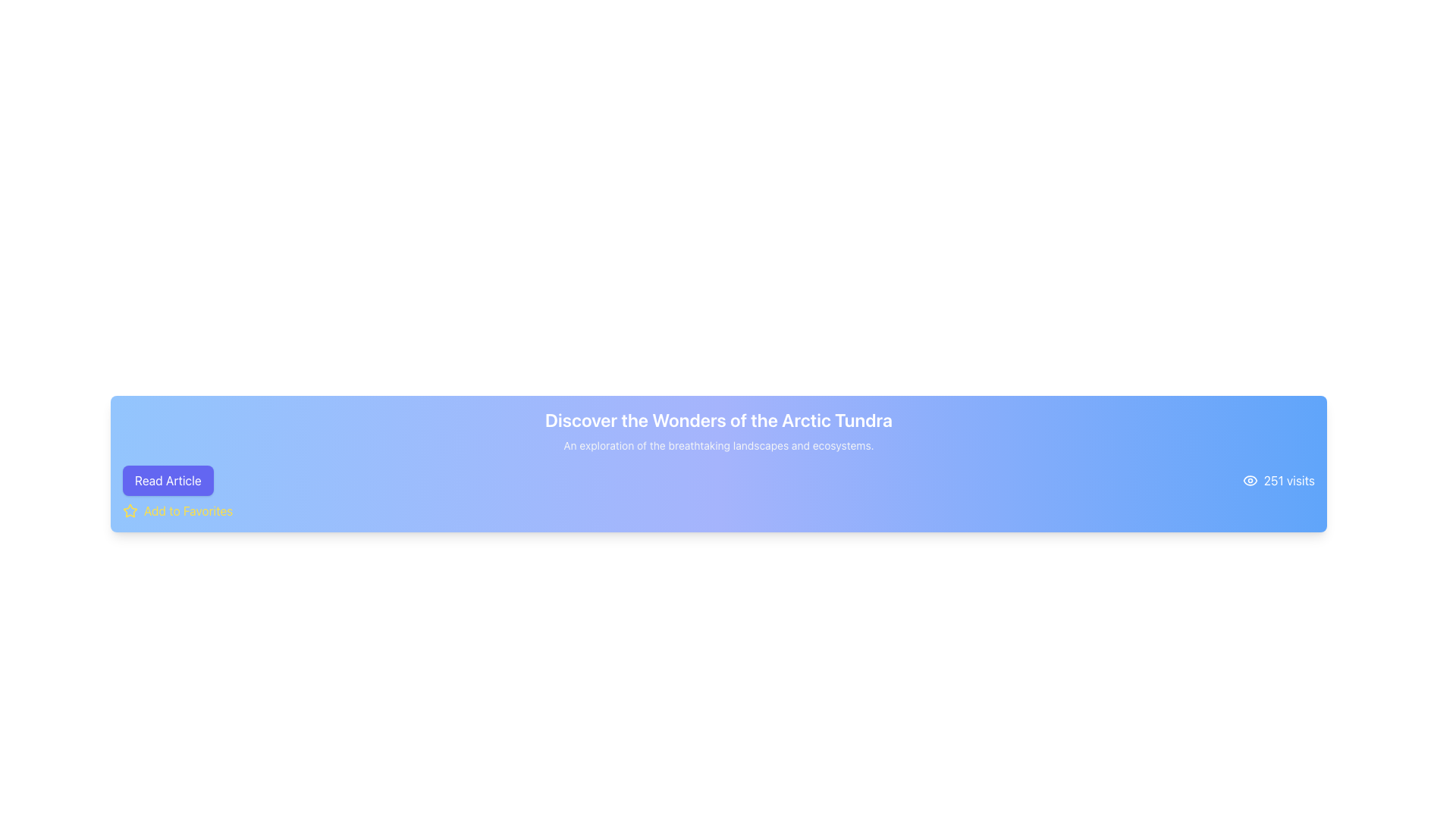  Describe the element at coordinates (130, 511) in the screenshot. I see `the star icon located to the left of the 'Add to Favorites' text at the bottom part of the interface` at that location.